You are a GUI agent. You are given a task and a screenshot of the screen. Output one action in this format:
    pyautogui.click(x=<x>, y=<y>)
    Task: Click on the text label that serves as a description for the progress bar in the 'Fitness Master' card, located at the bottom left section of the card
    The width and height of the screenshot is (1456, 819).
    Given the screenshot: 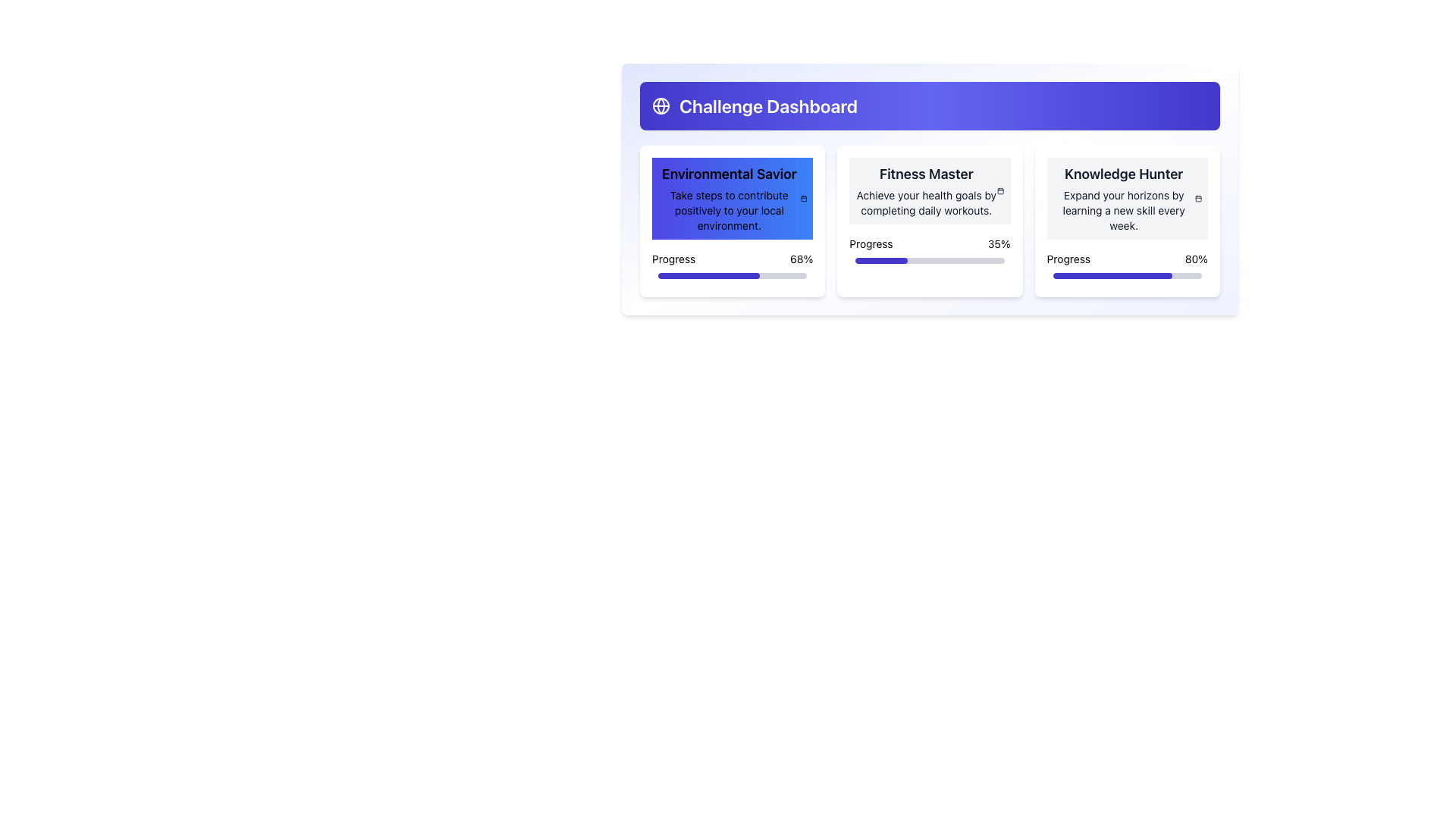 What is the action you would take?
    pyautogui.click(x=871, y=243)
    